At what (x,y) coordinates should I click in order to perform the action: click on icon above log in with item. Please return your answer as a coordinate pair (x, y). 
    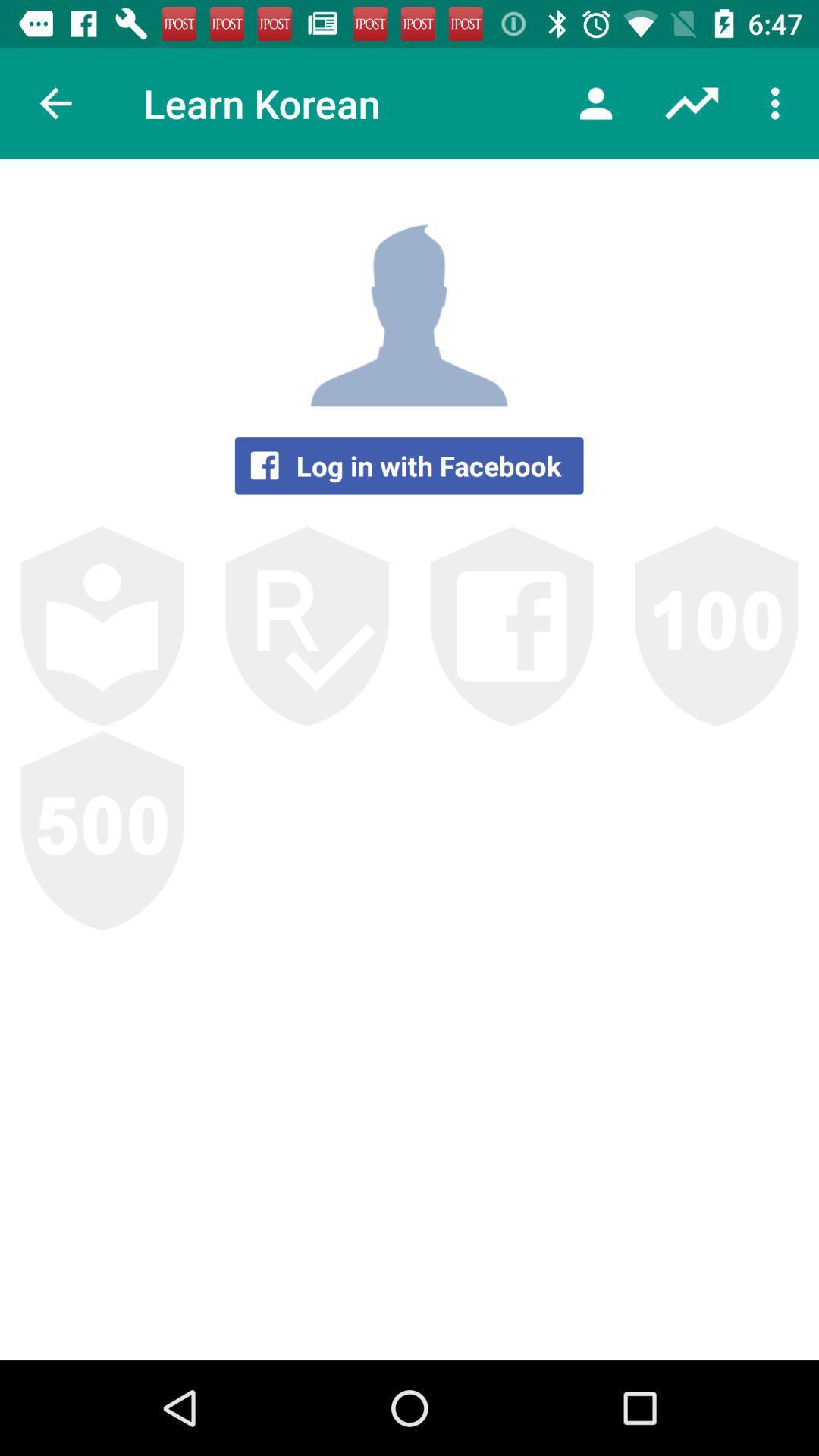
    Looking at the image, I should click on (595, 102).